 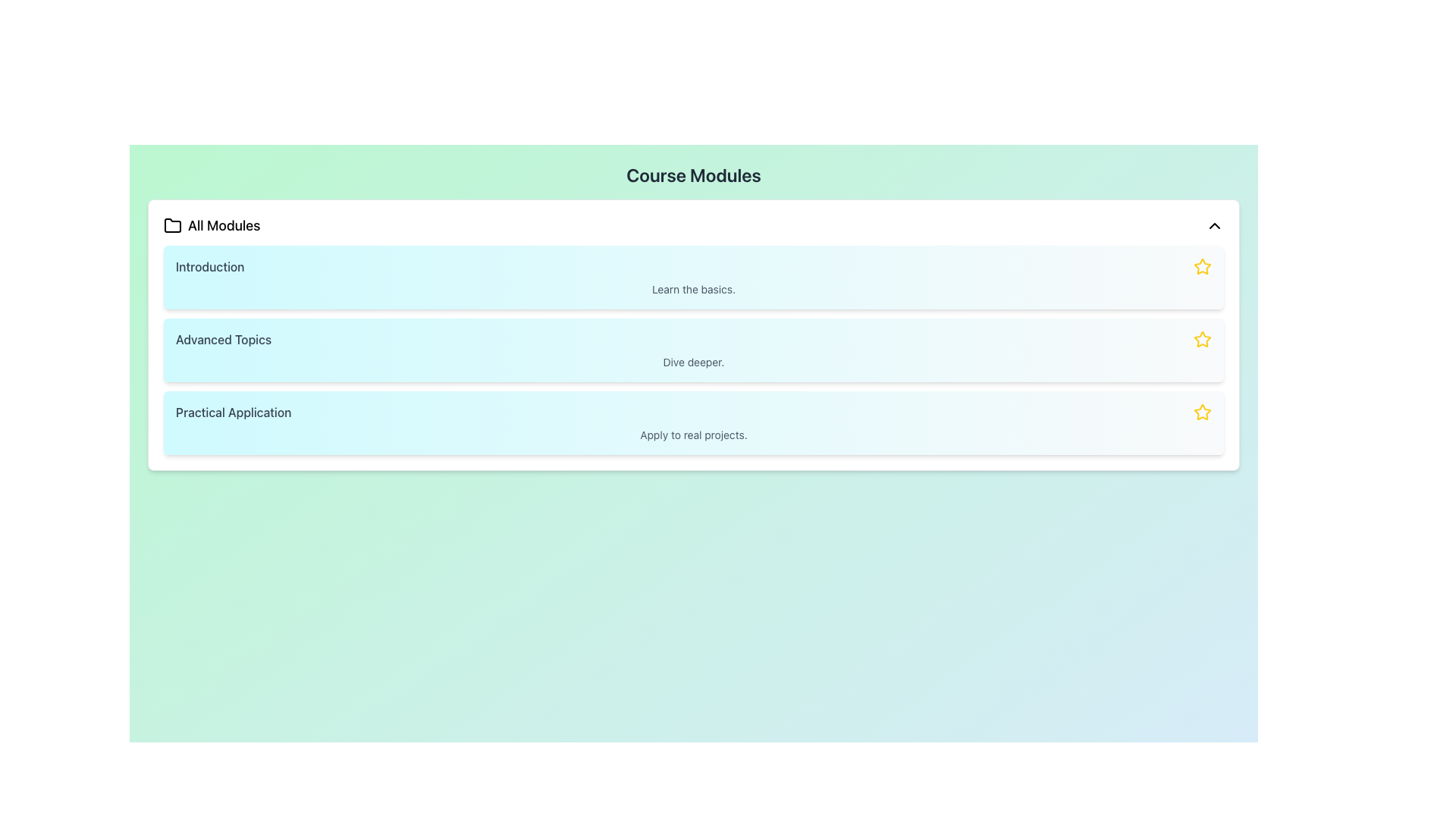 I want to click on the label containing the text 'Practical Application' styled in gray on a light blue background, located in the third row of the module listing section, so click(x=233, y=412).